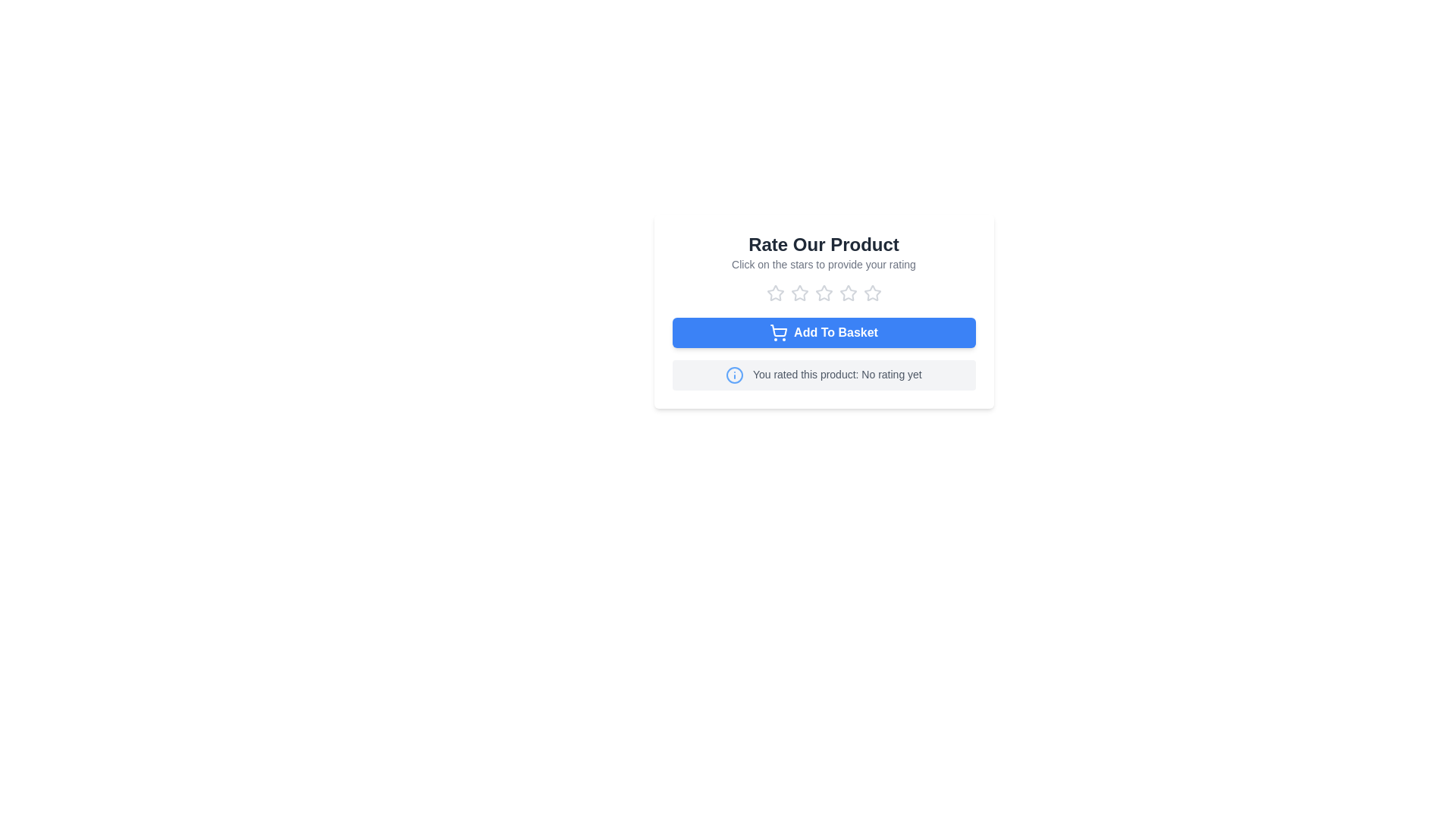 The height and width of the screenshot is (819, 1456). I want to click on the 'Add To Basket' button icon which represents the action of adding an item to a shopping basket, so click(779, 329).